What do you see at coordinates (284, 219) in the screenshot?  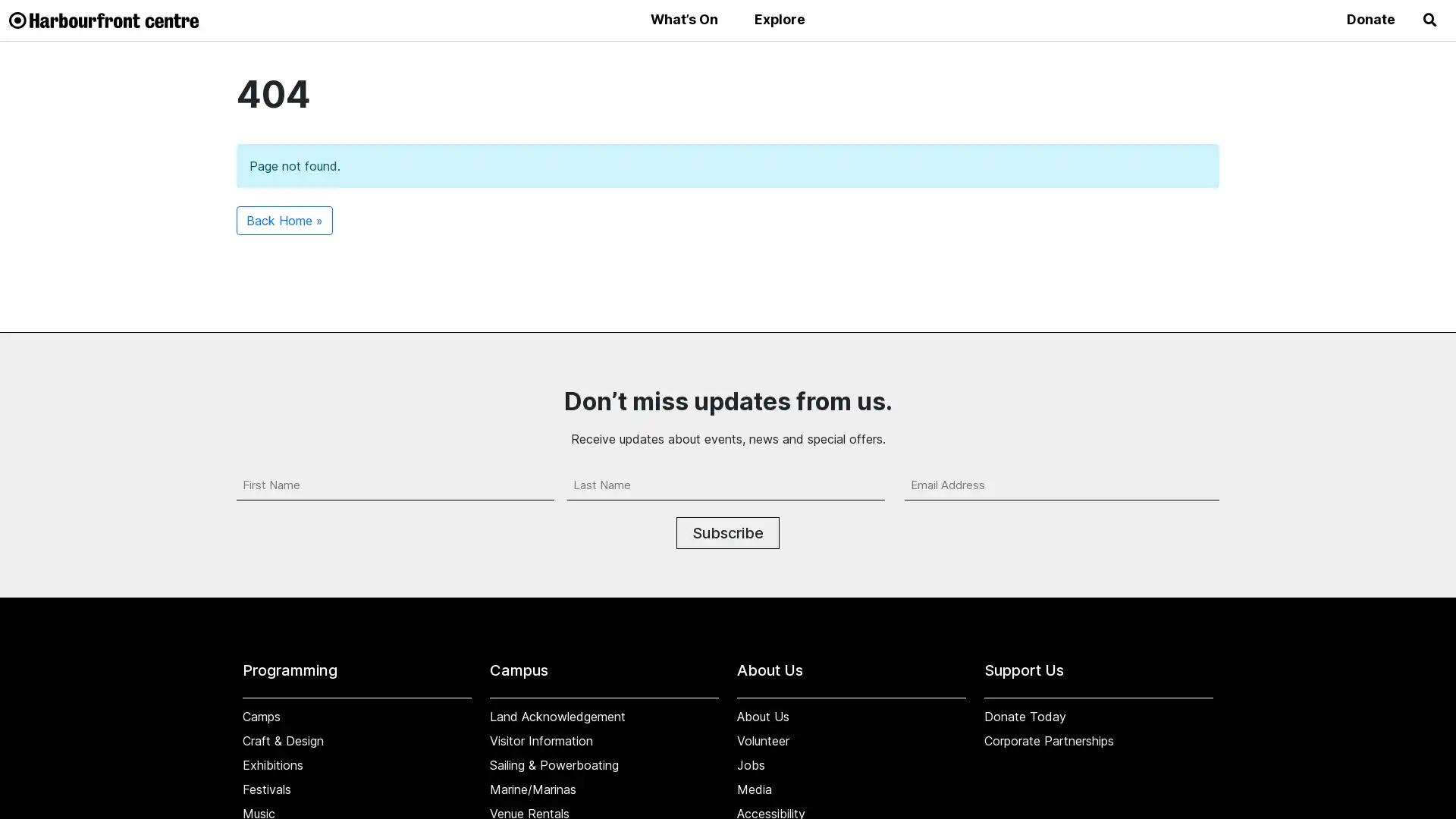 I see `Back Home` at bounding box center [284, 219].